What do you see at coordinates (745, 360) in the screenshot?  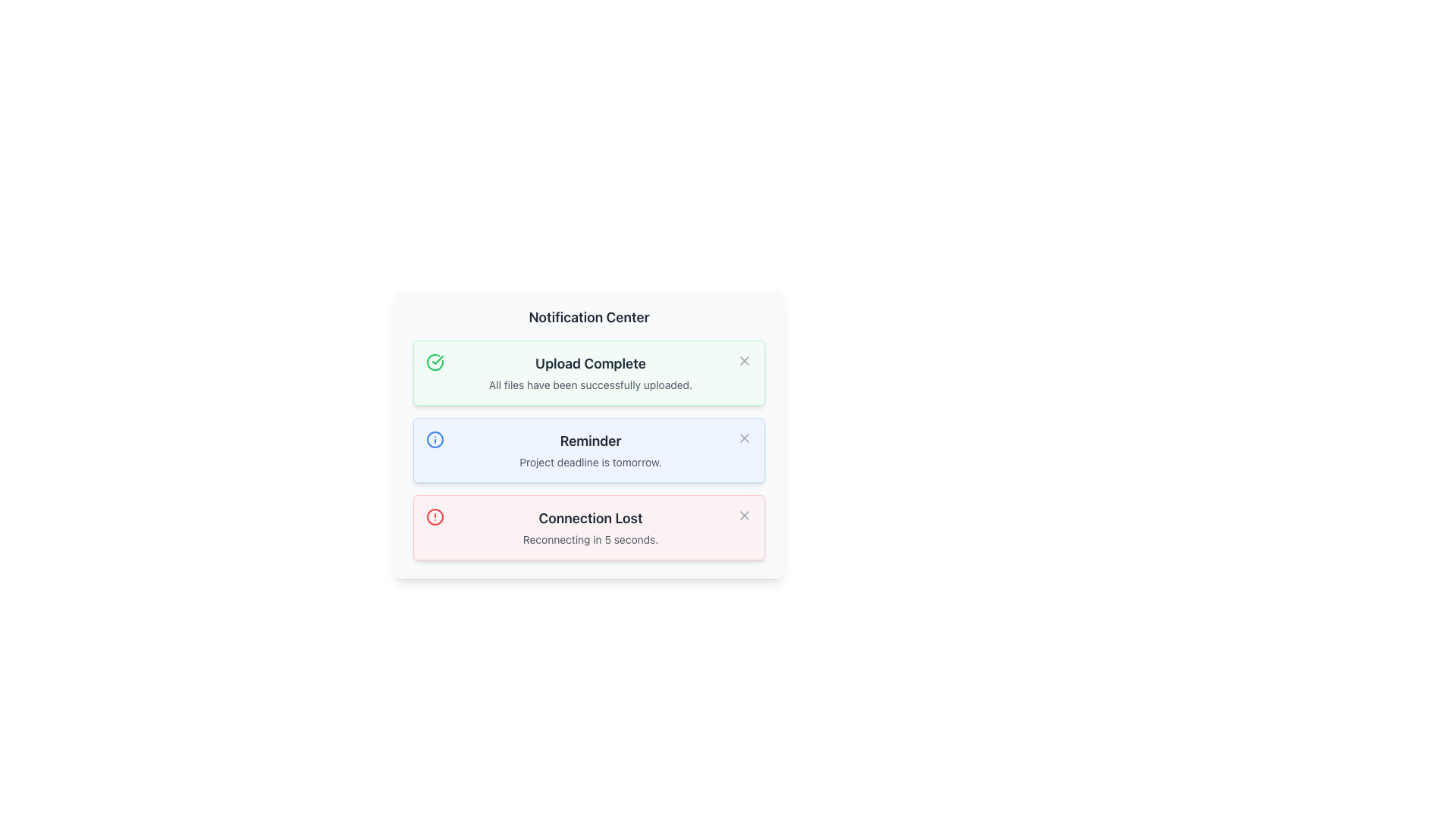 I see `the close icon (cross symbol) at the top-right corner of the 'Upload Complete' notification box` at bounding box center [745, 360].